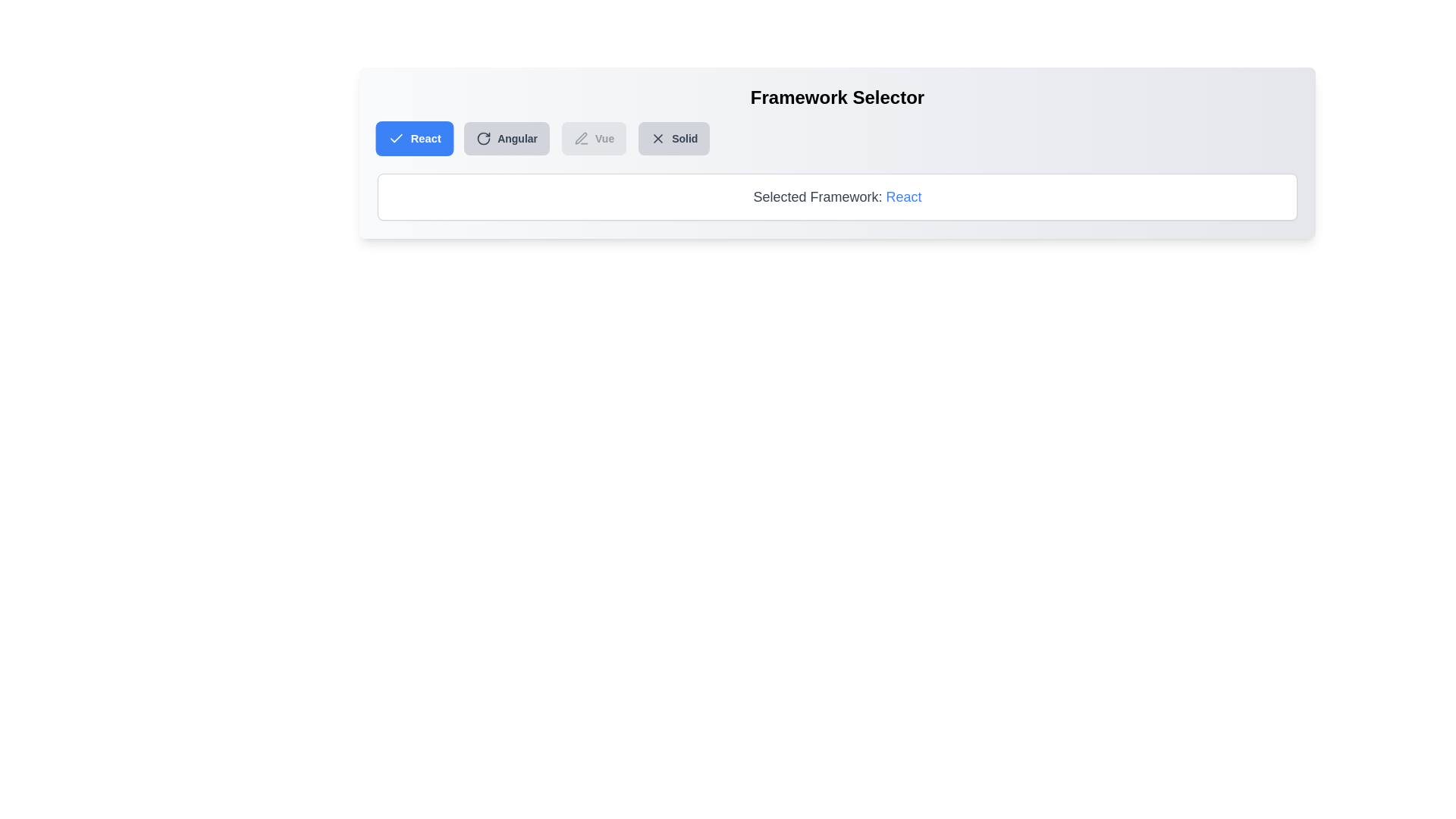 The width and height of the screenshot is (1456, 819). Describe the element at coordinates (593, 138) in the screenshot. I see `the disabled button for selecting the 'Vue' framework, which is located between the 'Angular' and 'Solid' buttons` at that location.